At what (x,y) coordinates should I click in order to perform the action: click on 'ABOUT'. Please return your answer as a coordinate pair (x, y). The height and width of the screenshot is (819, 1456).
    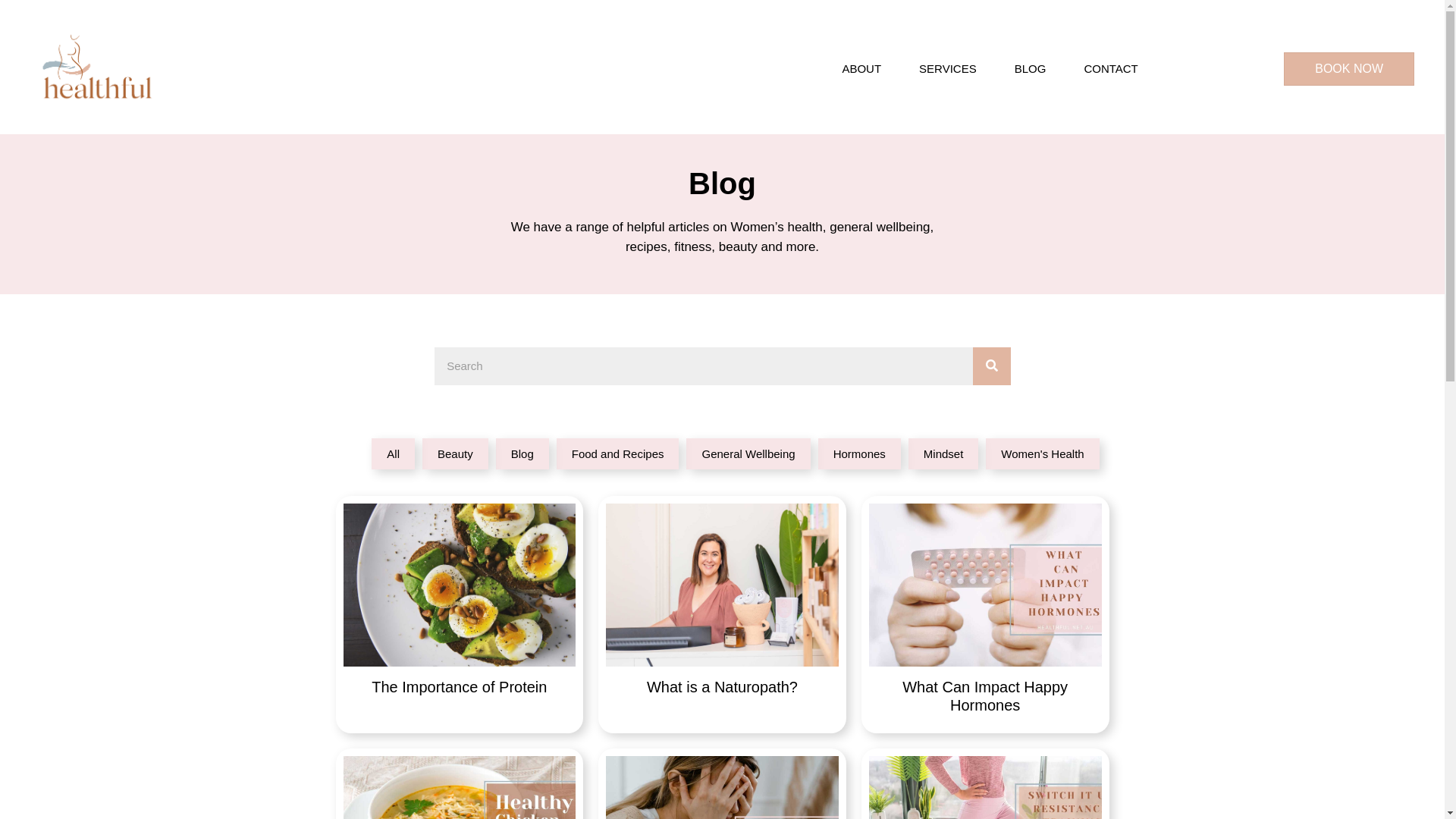
    Looking at the image, I should click on (825, 69).